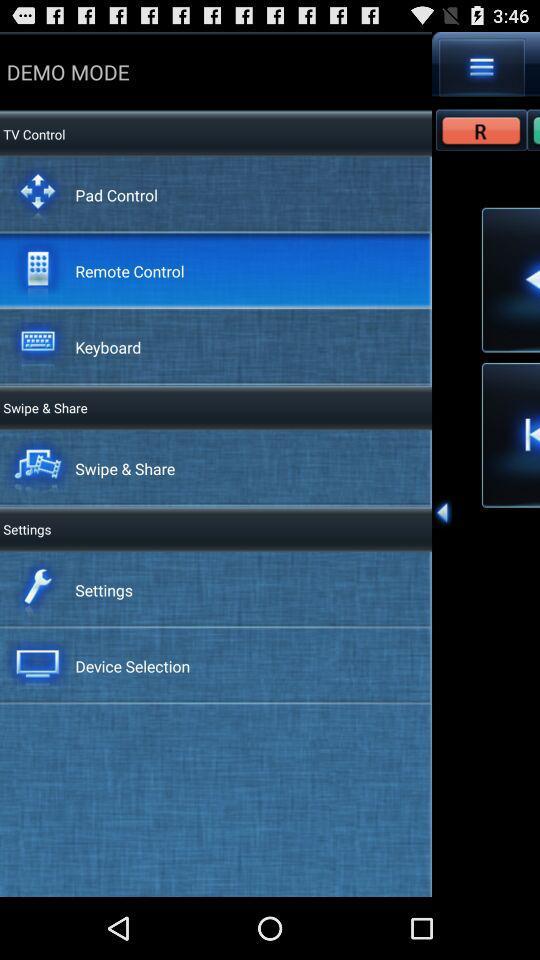 The height and width of the screenshot is (960, 540). I want to click on the icon below demo mode item, so click(31, 133).